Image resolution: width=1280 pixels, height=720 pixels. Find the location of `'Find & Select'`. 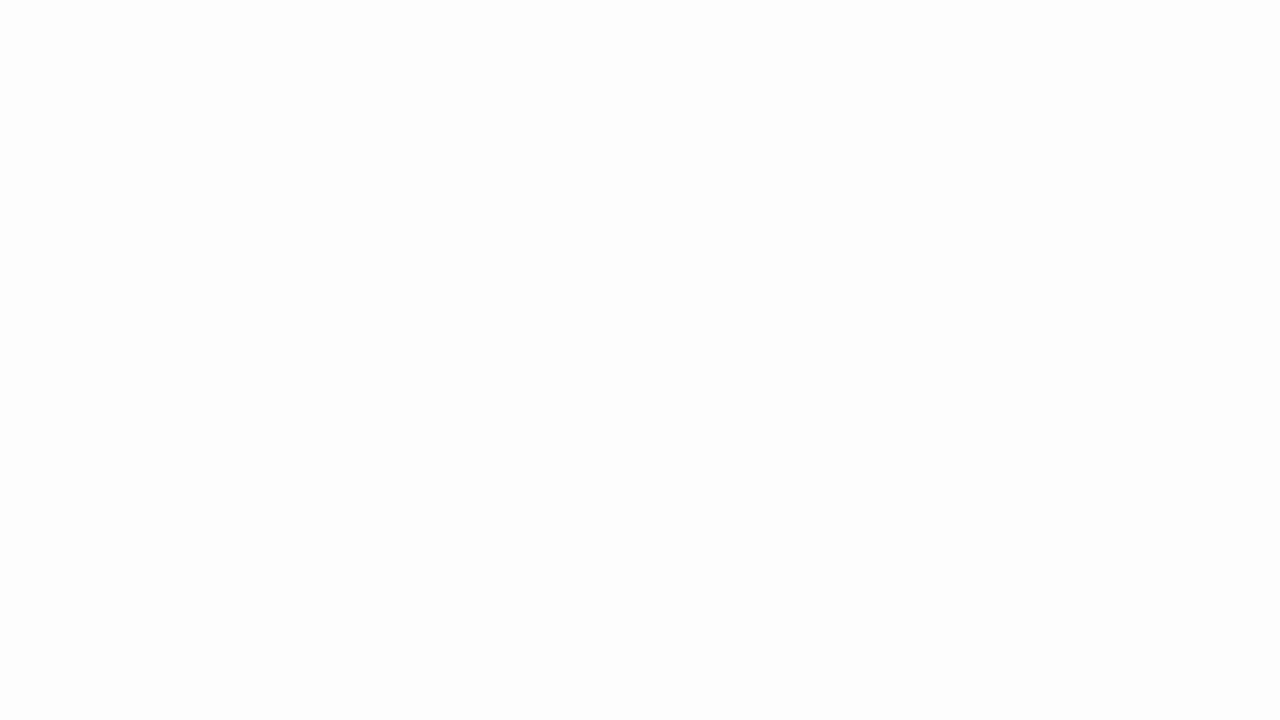

'Find & Select' is located at coordinates (609, 103).